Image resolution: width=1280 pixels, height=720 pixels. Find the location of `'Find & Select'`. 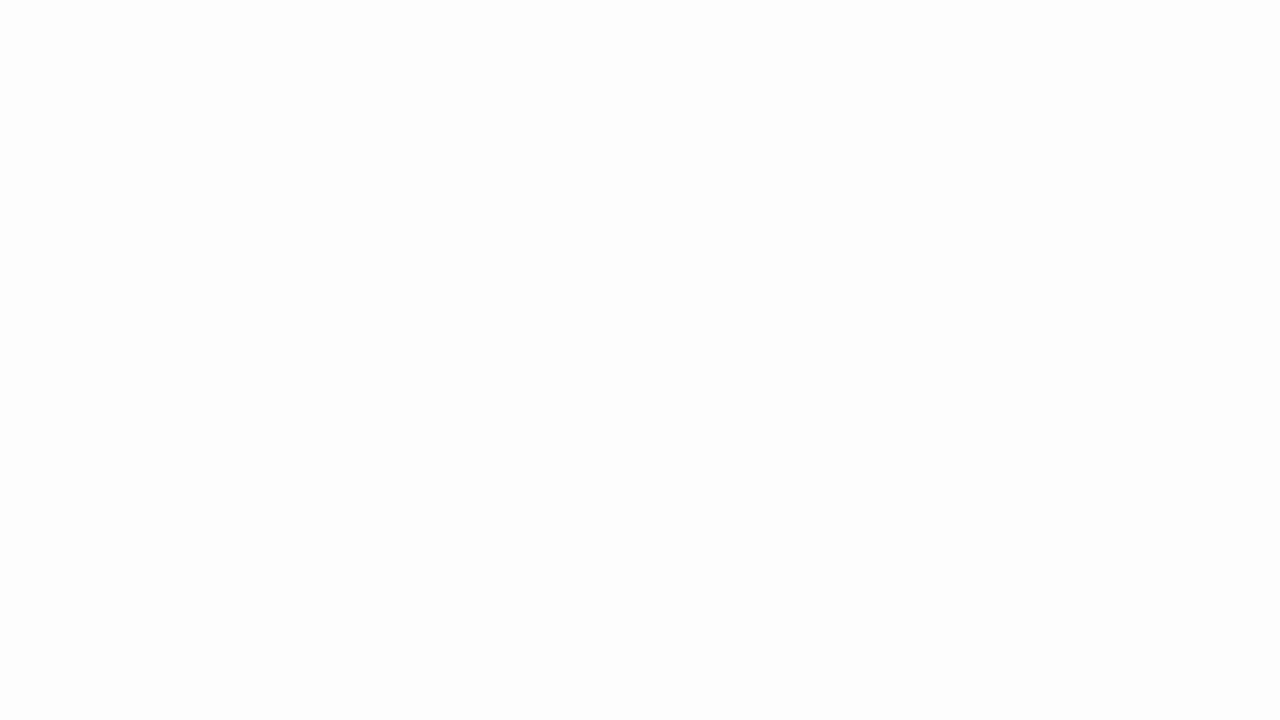

'Find & Select' is located at coordinates (609, 103).